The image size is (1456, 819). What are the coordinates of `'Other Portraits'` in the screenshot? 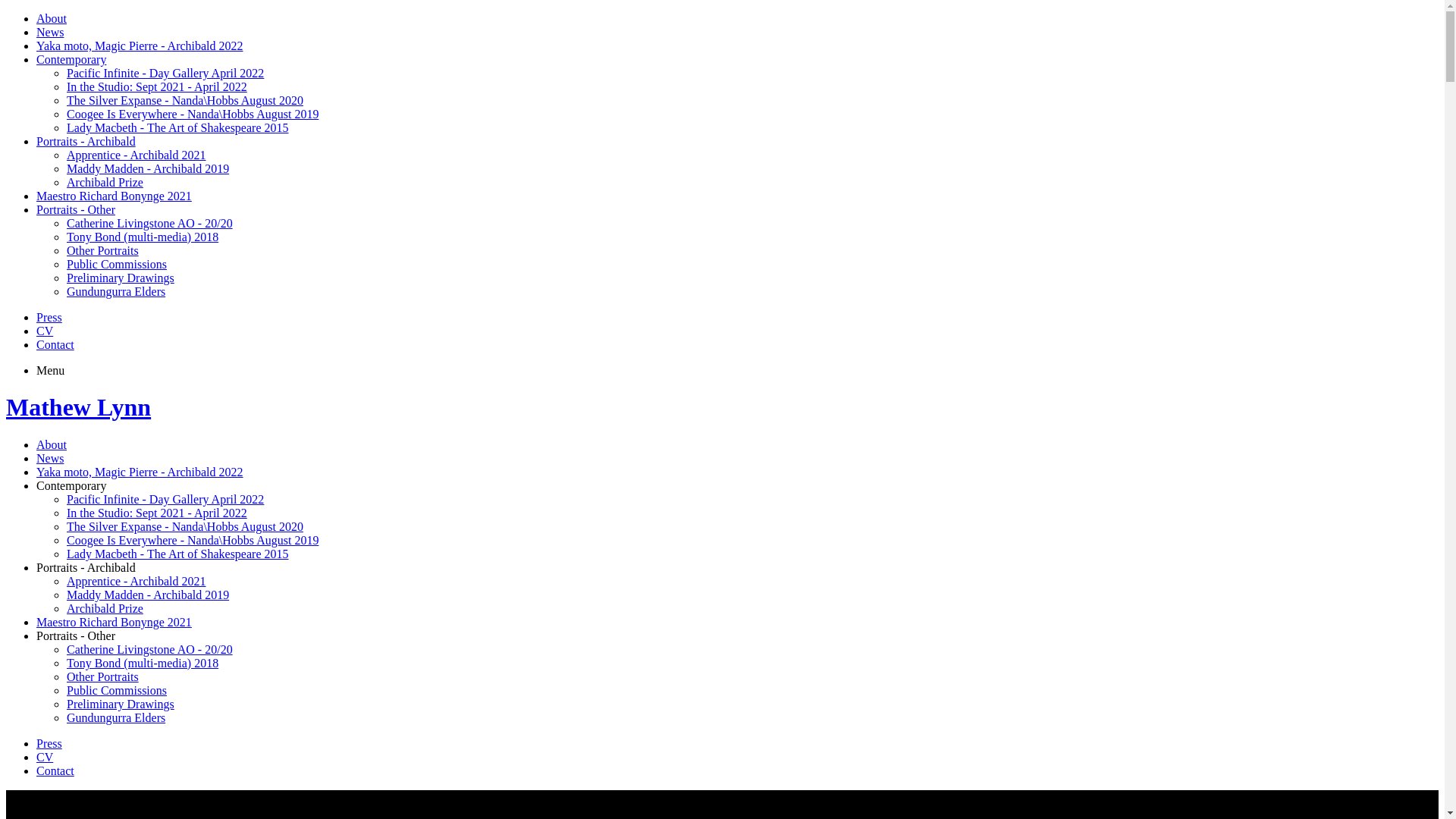 It's located at (65, 676).